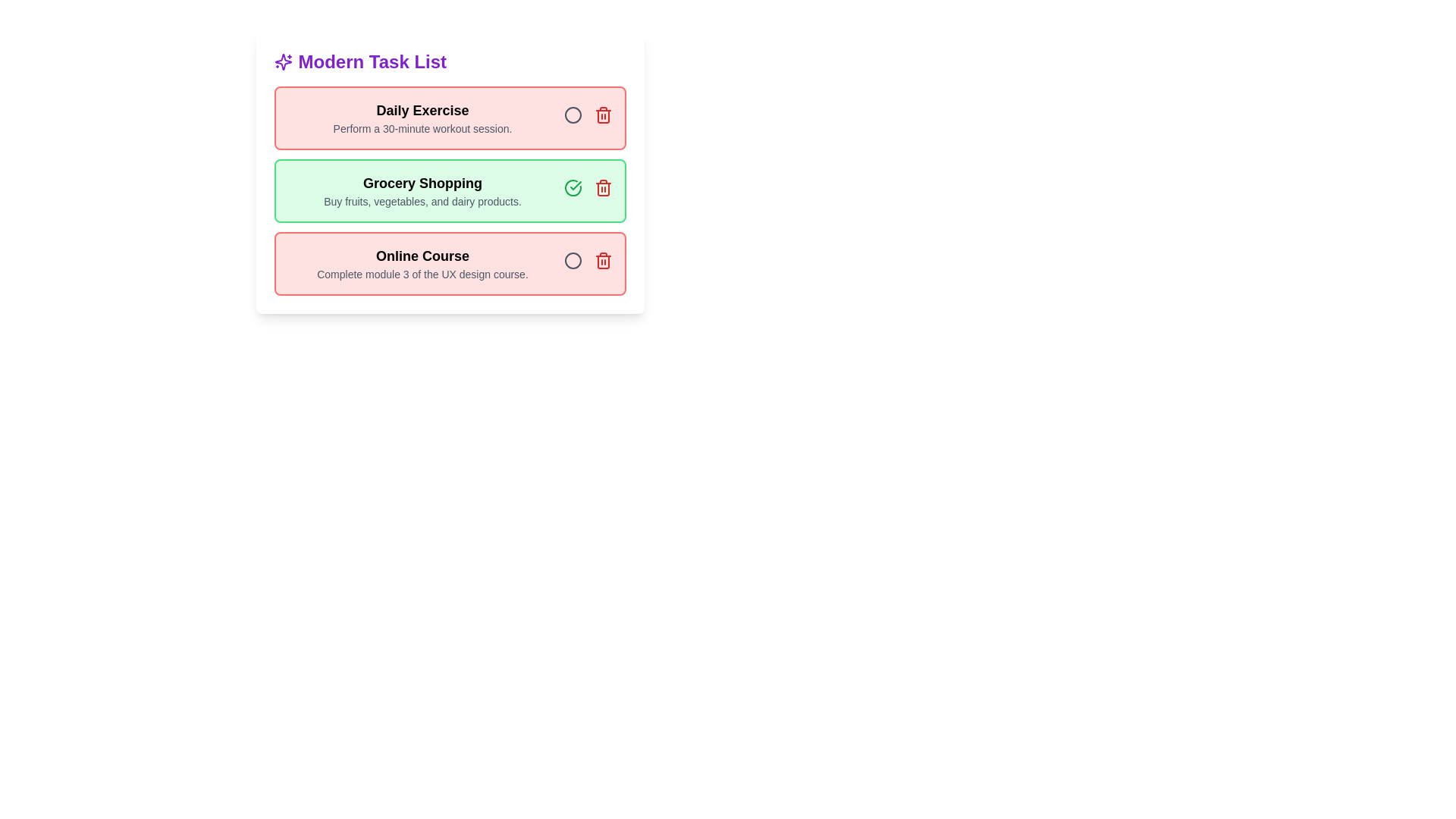 The width and height of the screenshot is (1456, 819). What do you see at coordinates (602, 114) in the screenshot?
I see `delete button for the task titled 'Daily Exercise'` at bounding box center [602, 114].